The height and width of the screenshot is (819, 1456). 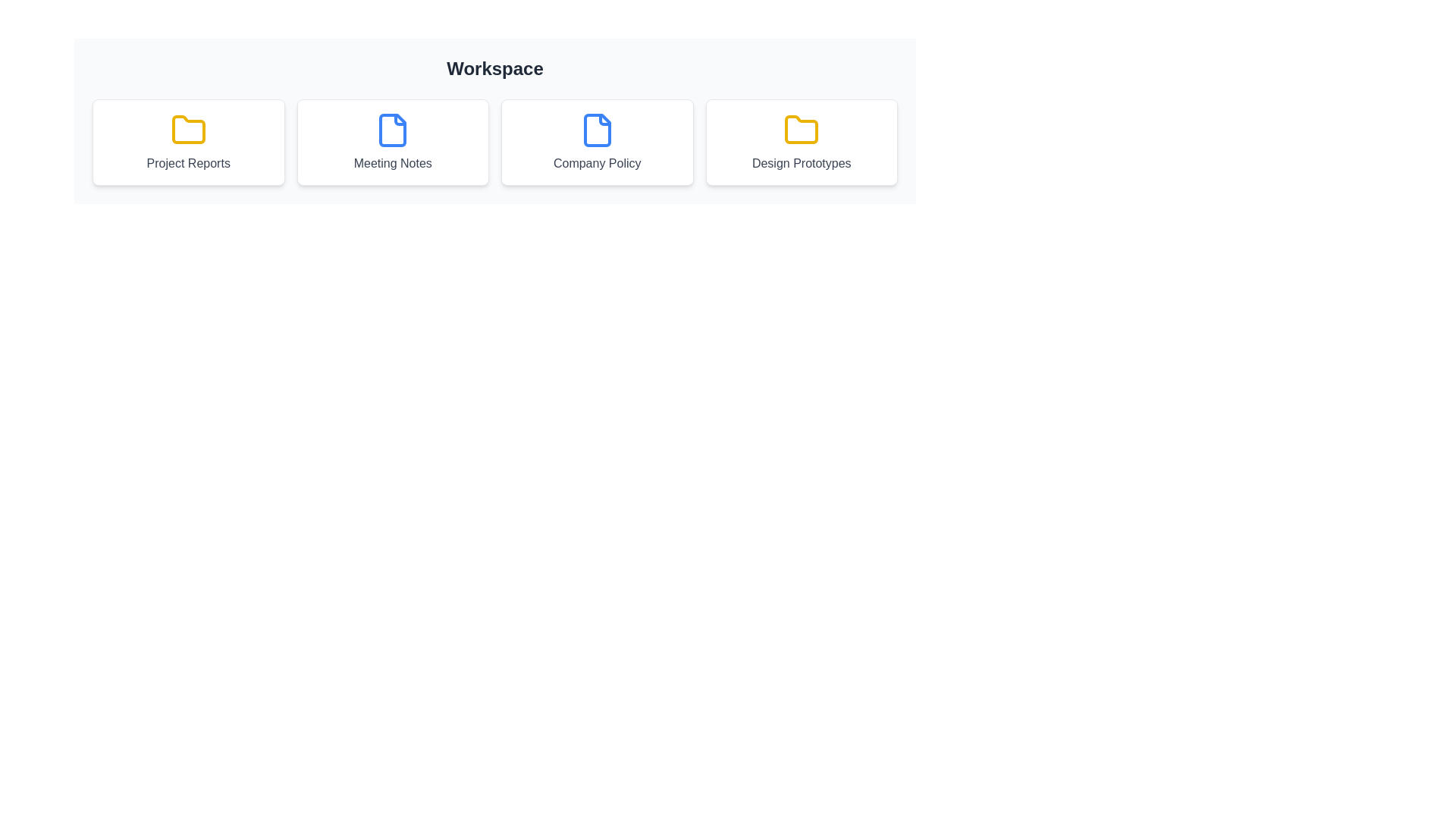 What do you see at coordinates (393, 130) in the screenshot?
I see `the file or document icon representing 'Meeting Notes', located in the center of the second card in the 'Workspace' section` at bounding box center [393, 130].